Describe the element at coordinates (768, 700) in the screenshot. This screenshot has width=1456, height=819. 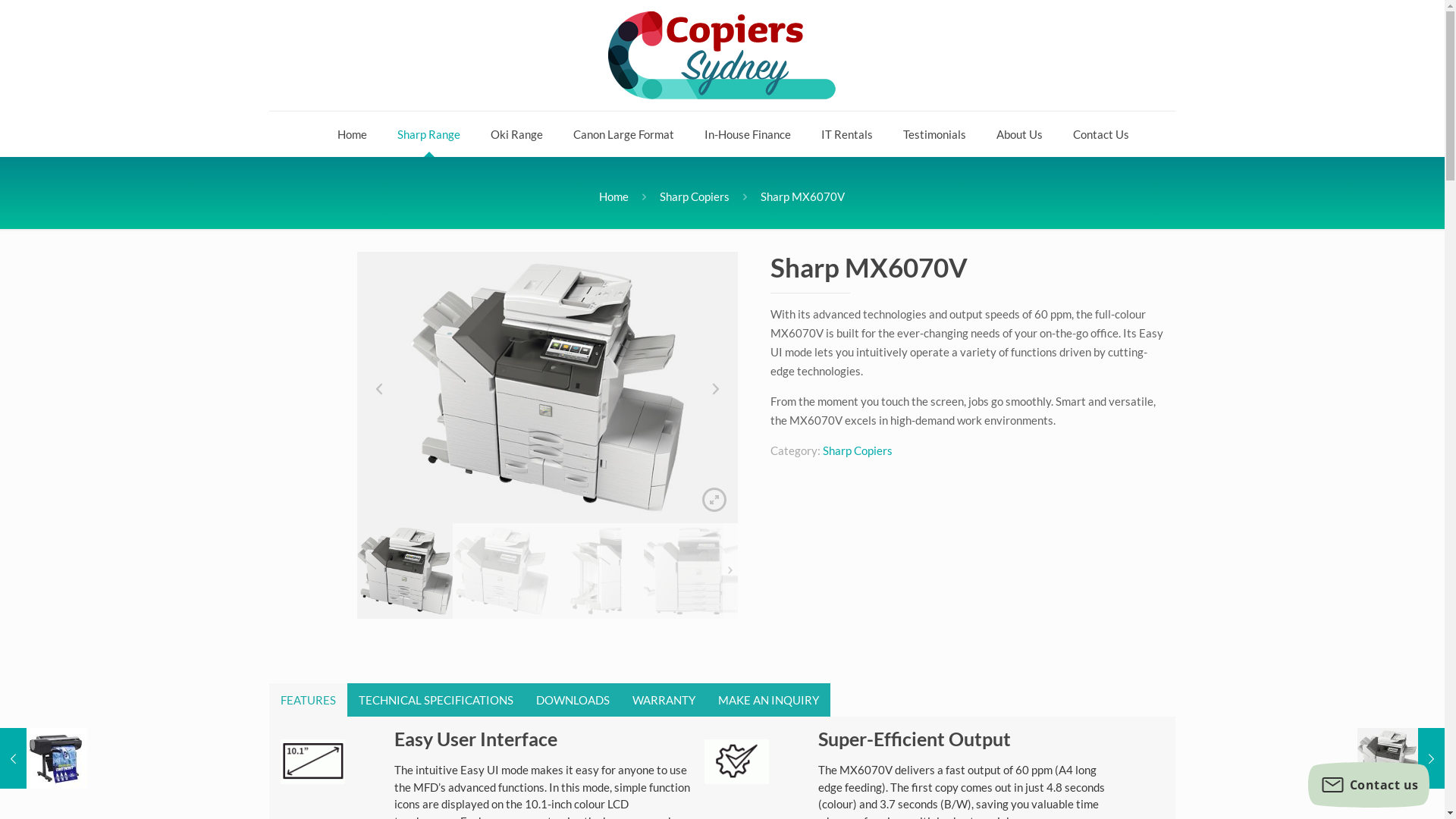
I see `'MAKE AN INQUIRY'` at that location.